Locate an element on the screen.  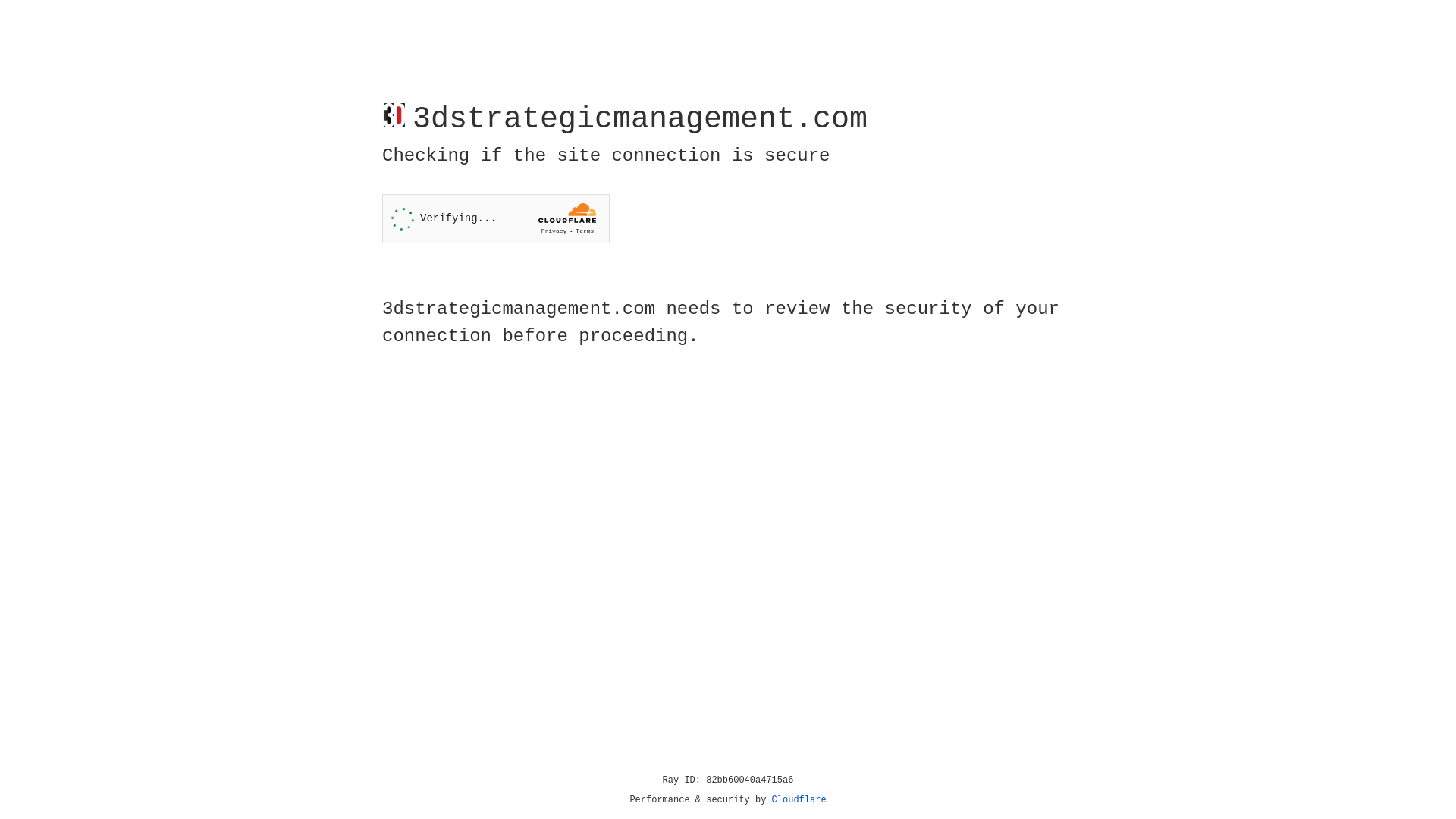
'Widget containing a Cloudflare security challenge' is located at coordinates (495, 218).